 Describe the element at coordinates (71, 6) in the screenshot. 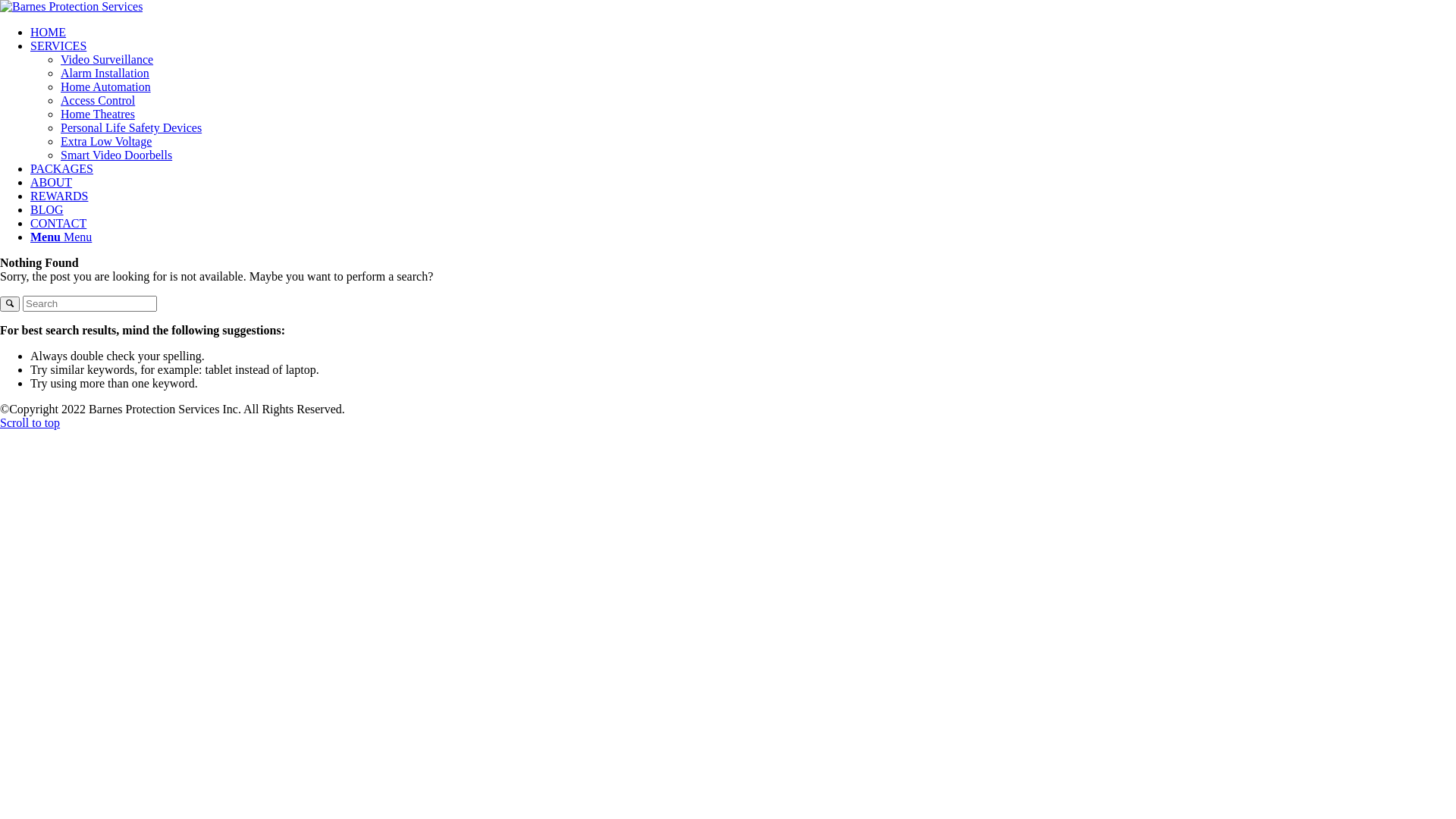

I see `'Barnes Protection Services logo'` at that location.